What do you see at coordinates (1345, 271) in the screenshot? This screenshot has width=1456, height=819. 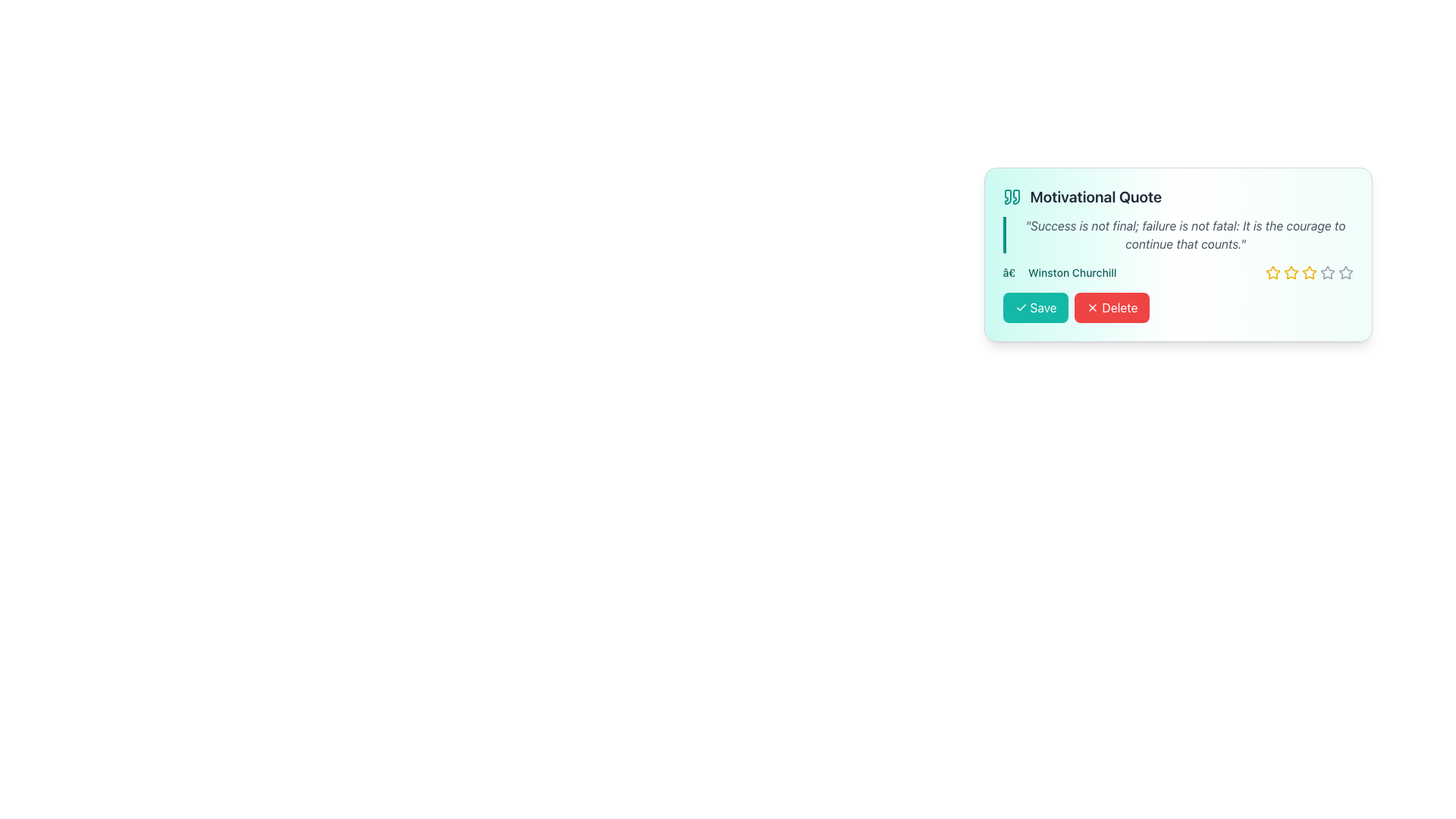 I see `the fifth star icon in the rating system` at bounding box center [1345, 271].